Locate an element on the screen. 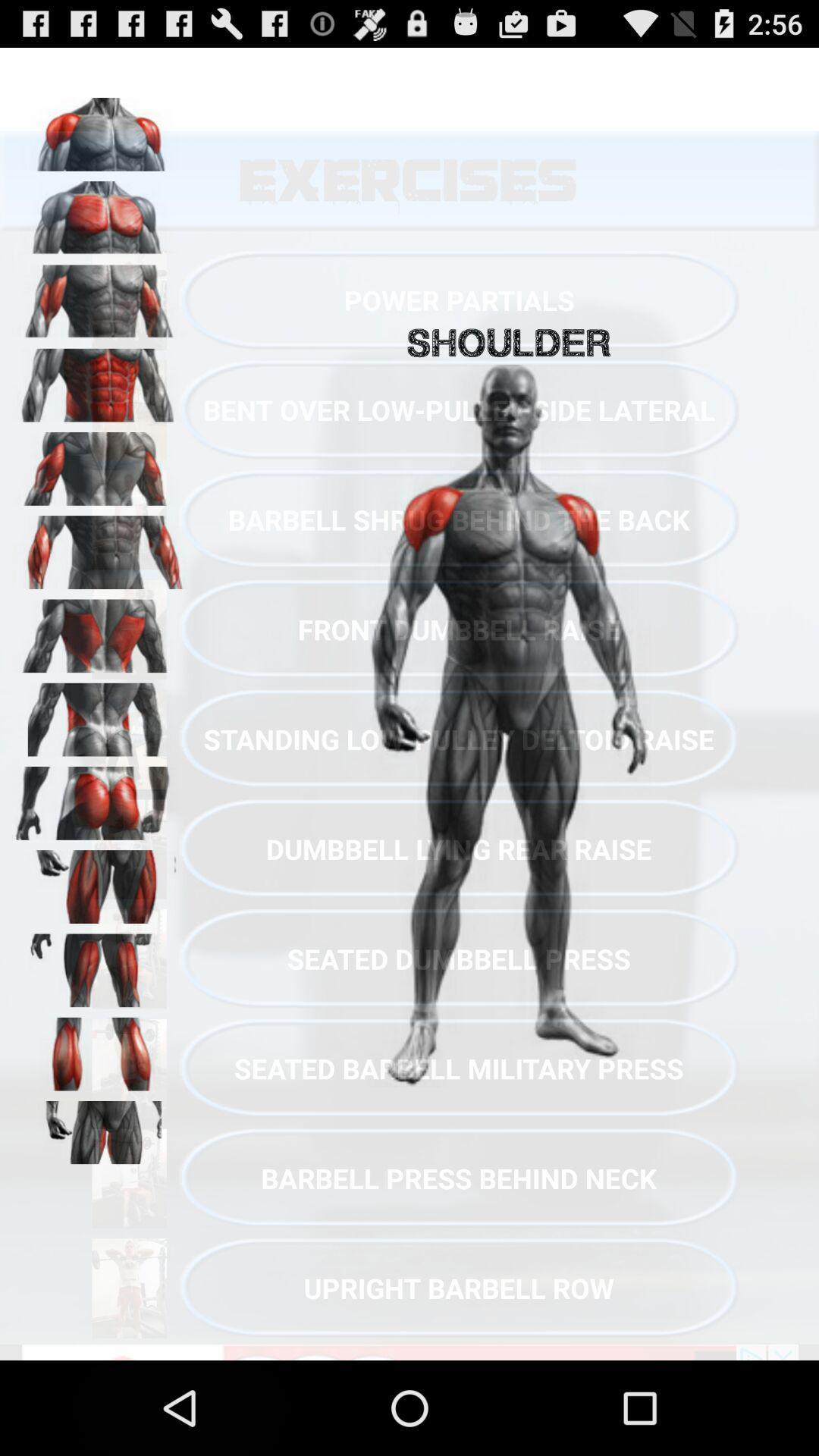  this muscle group is located at coordinates (99, 212).